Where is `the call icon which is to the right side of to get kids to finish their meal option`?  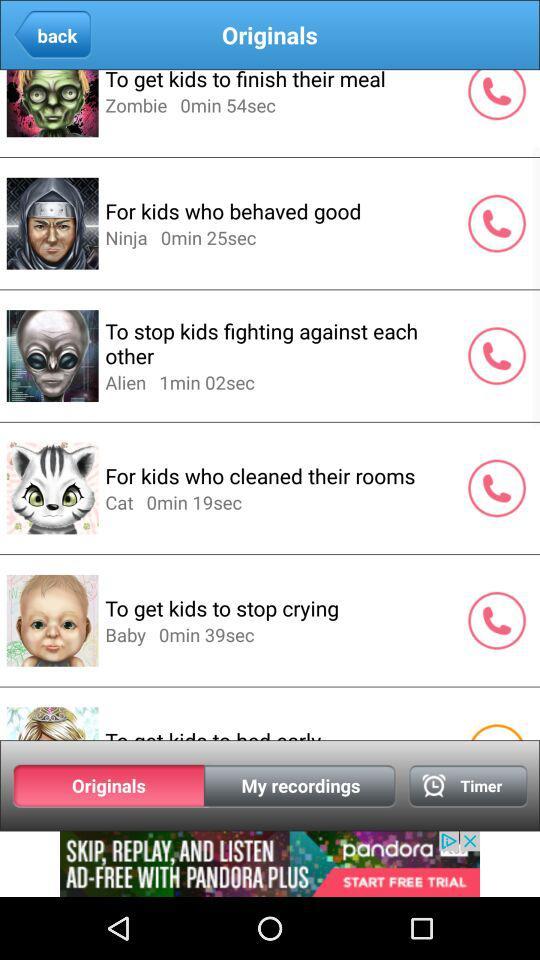
the call icon which is to the right side of to get kids to finish their meal option is located at coordinates (496, 98).